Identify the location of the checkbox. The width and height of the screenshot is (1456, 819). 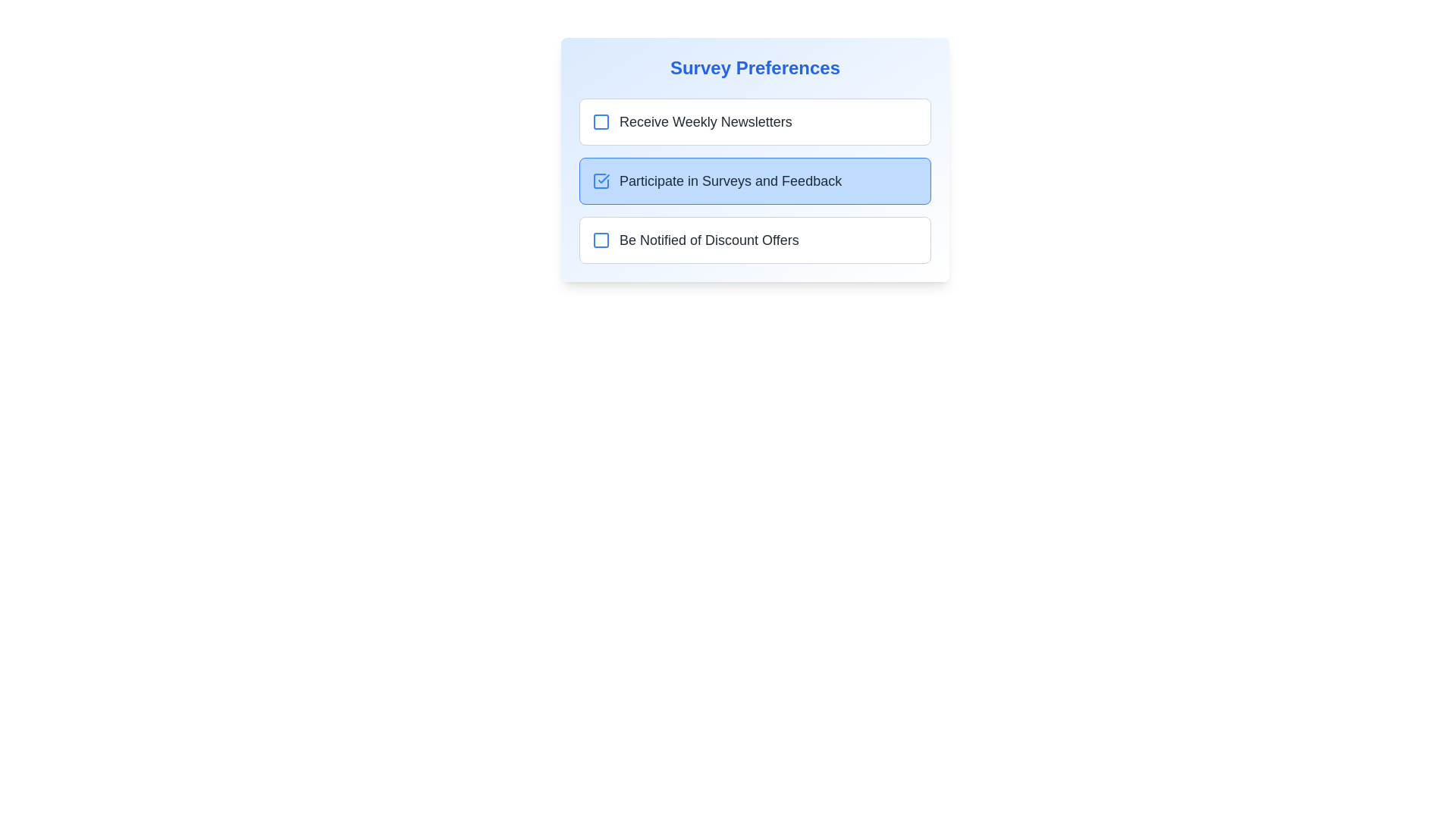
(600, 180).